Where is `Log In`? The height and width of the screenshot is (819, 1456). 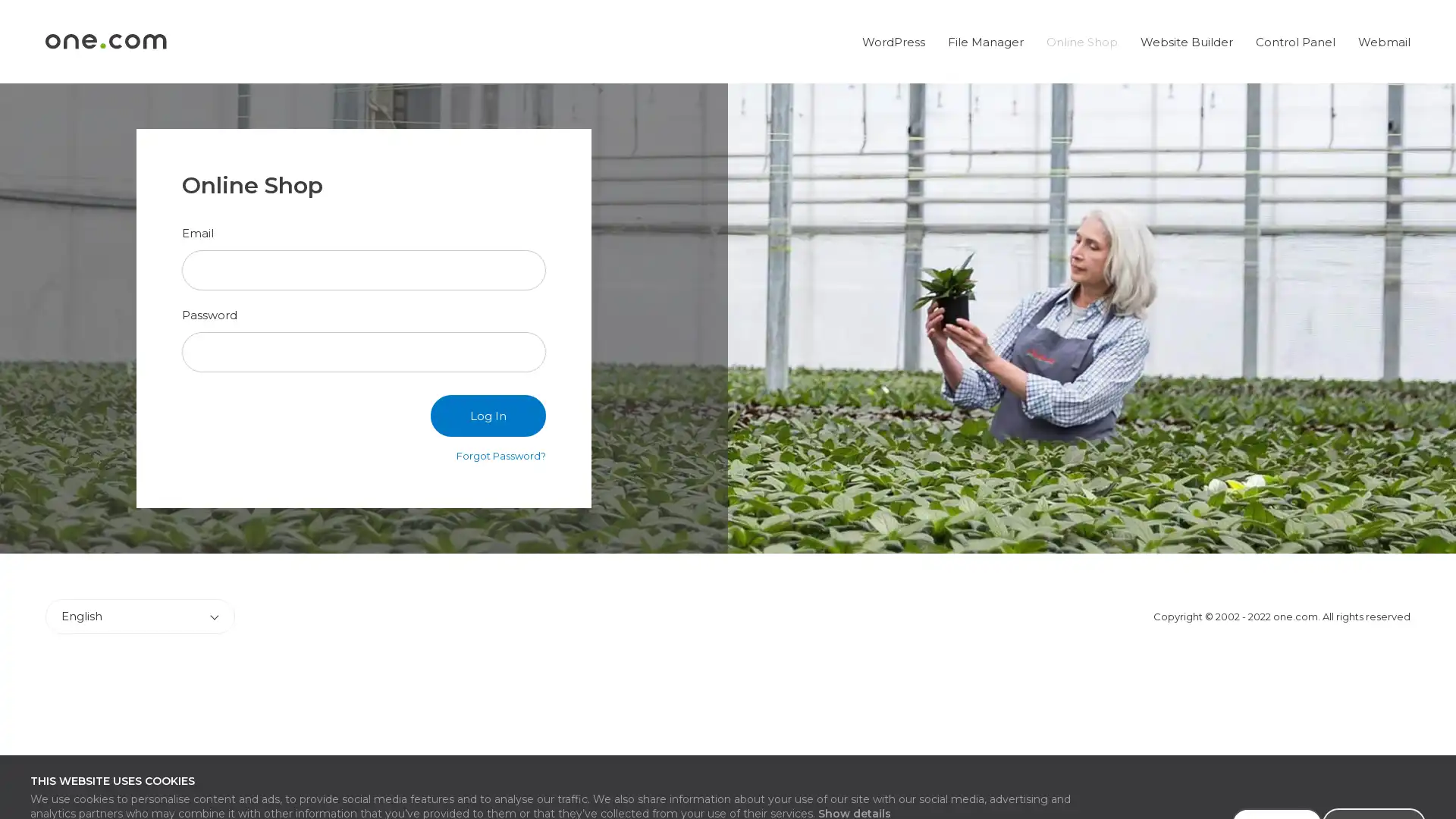 Log In is located at coordinates (488, 416).